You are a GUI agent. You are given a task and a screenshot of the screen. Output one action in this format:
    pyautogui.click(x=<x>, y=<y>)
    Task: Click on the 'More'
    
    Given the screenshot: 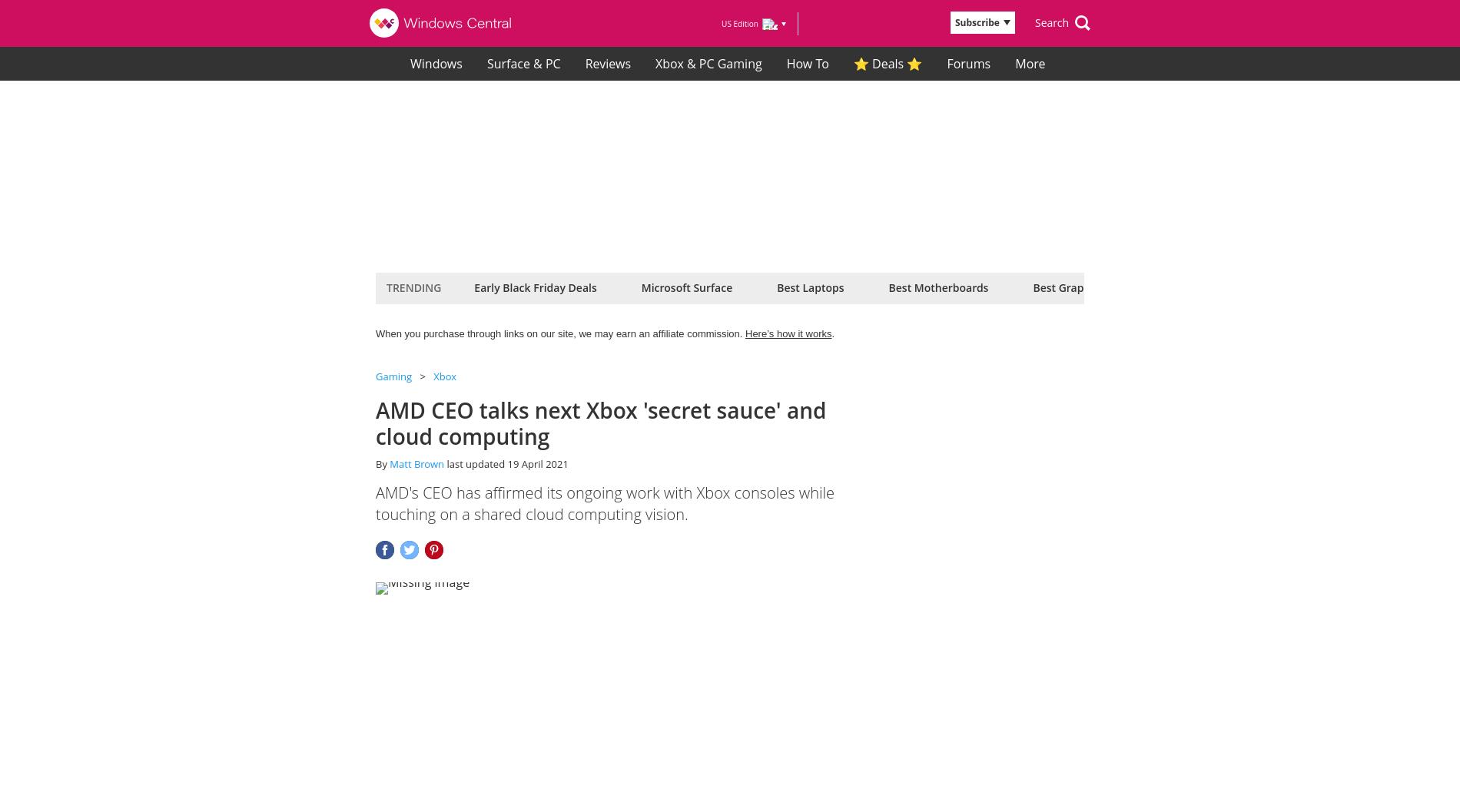 What is the action you would take?
    pyautogui.click(x=1030, y=62)
    